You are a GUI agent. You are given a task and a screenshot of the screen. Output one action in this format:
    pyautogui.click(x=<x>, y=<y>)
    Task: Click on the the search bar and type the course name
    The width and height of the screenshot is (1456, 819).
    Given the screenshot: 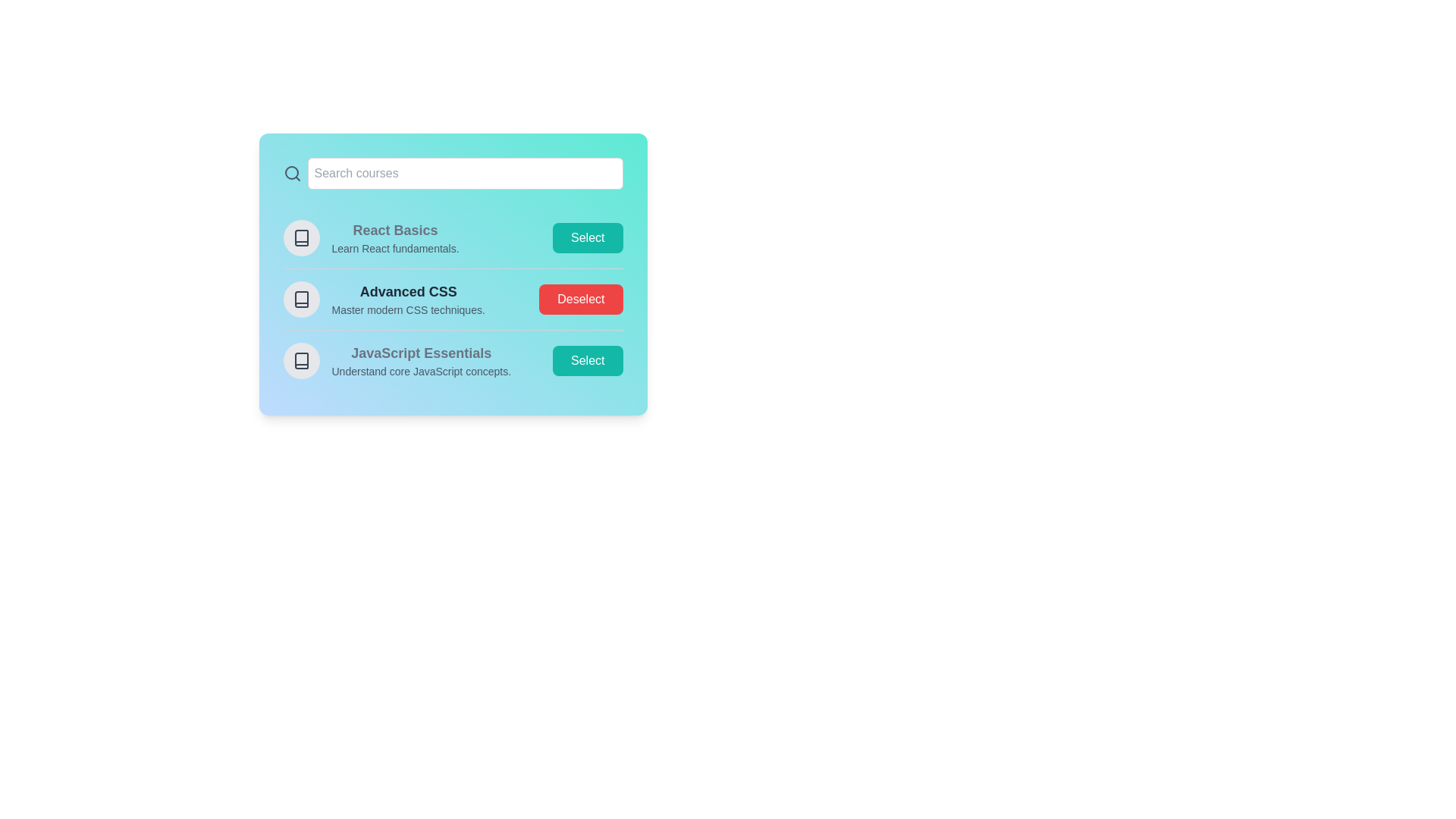 What is the action you would take?
    pyautogui.click(x=464, y=172)
    